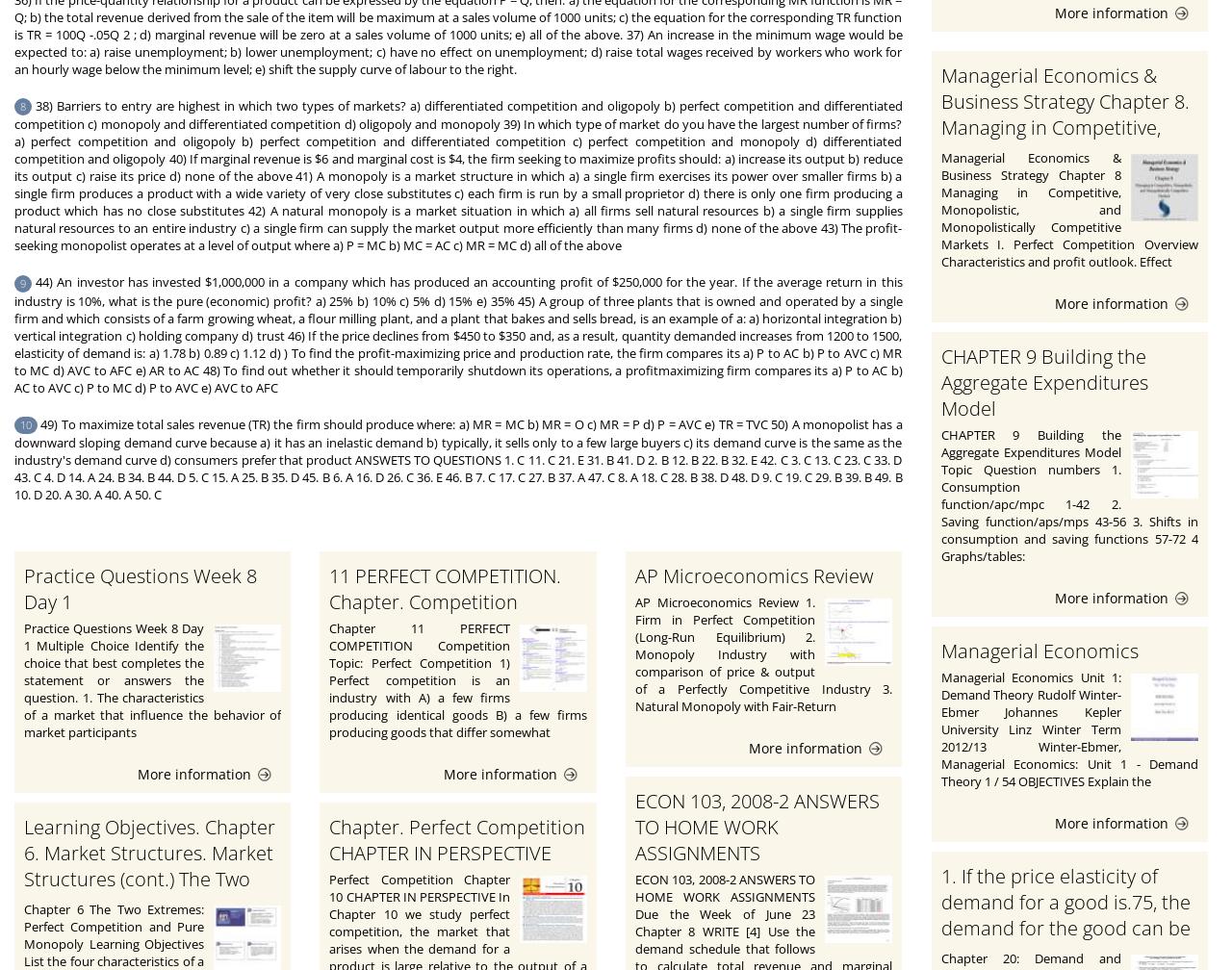  What do you see at coordinates (1065, 139) in the screenshot?
I see `'Managerial Economics & Business Strategy Chapter 8. Managing in Competitive, Monopolistic, and Monopolistically Competitive Markets'` at bounding box center [1065, 139].